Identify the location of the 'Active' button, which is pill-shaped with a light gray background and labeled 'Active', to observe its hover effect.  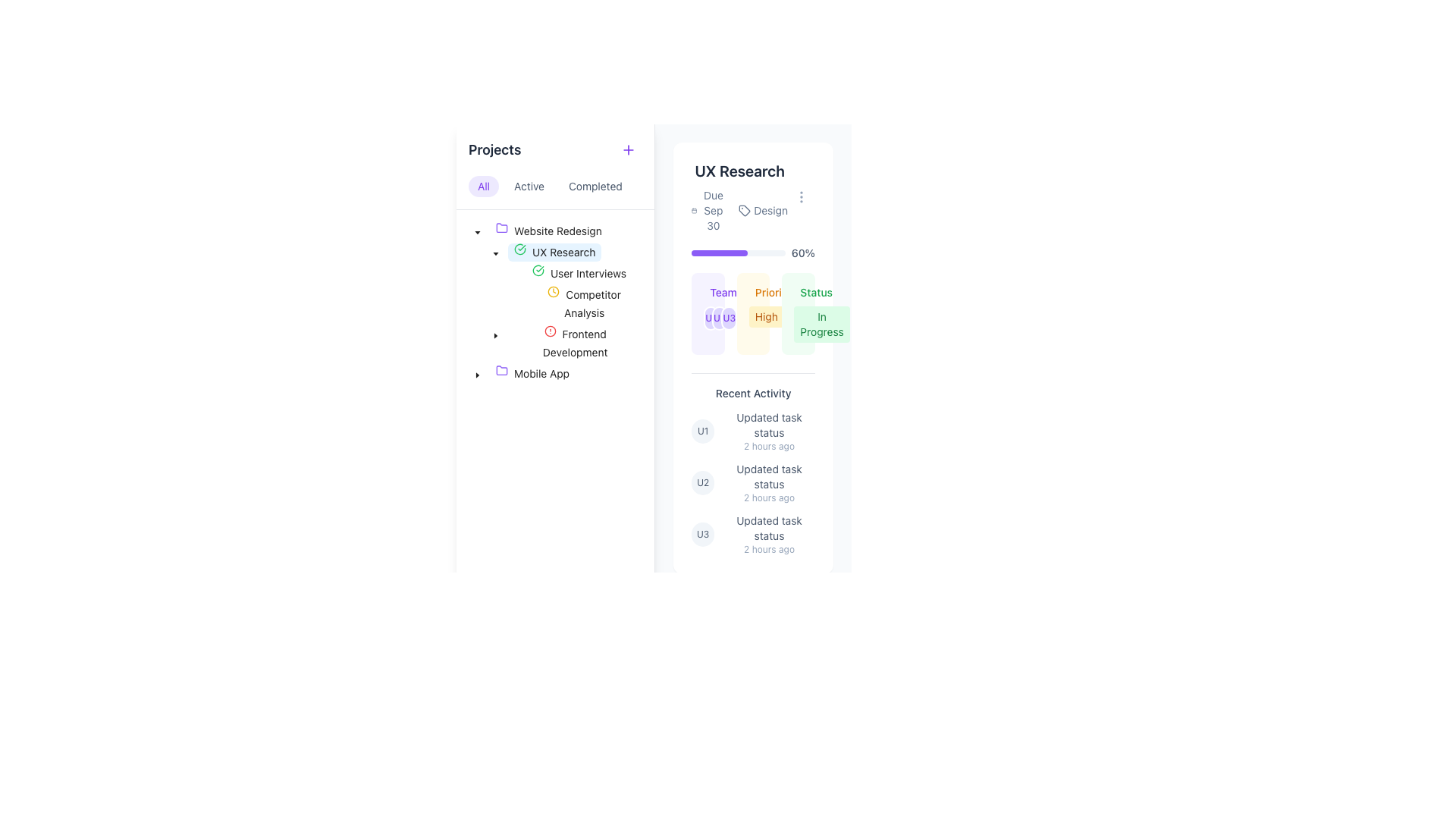
(529, 186).